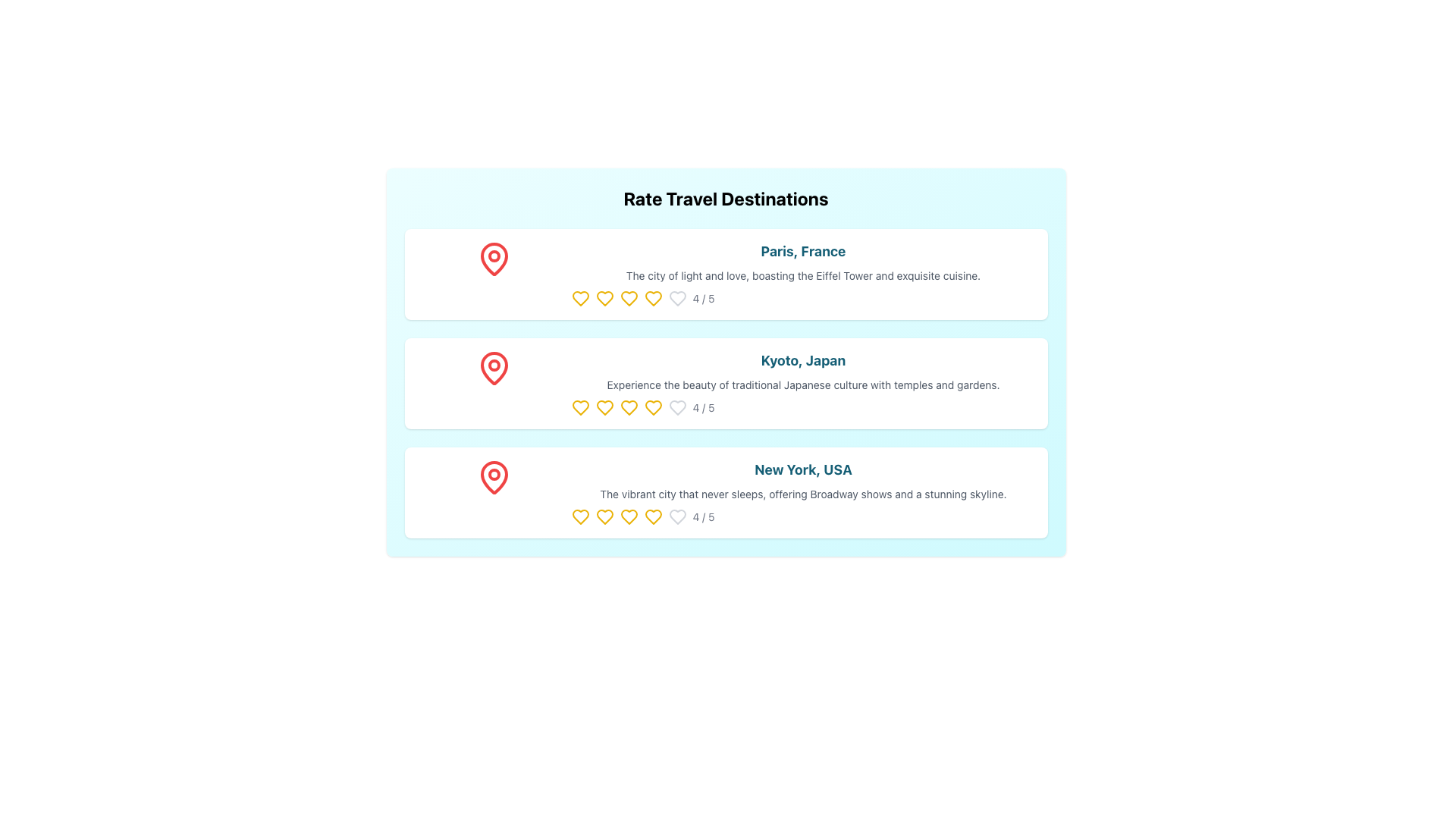  Describe the element at coordinates (676, 298) in the screenshot. I see `the interactive heart icon button styled in gray` at that location.